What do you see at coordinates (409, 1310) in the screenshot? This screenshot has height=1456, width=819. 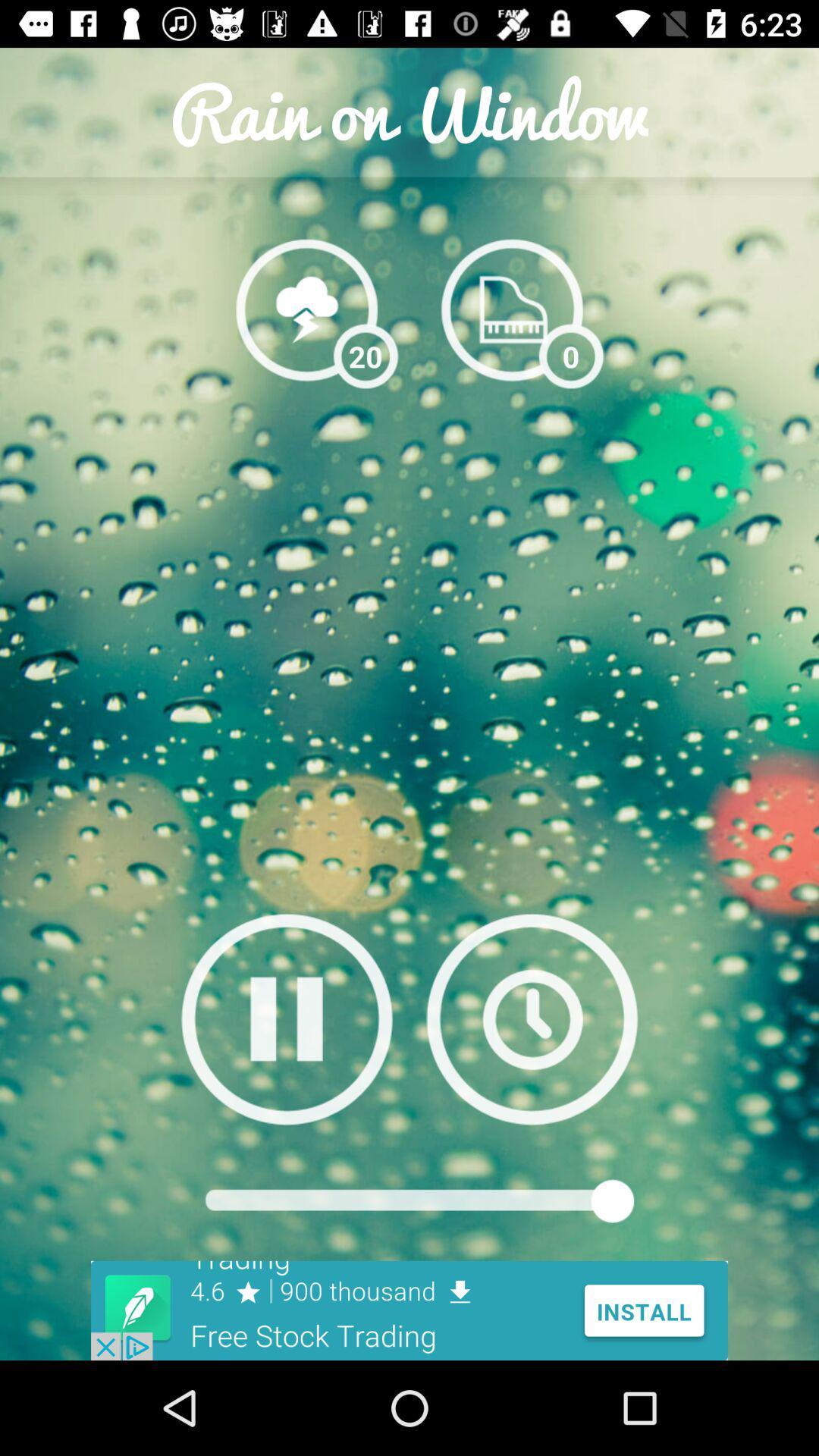 I see `advertisement banner` at bounding box center [409, 1310].